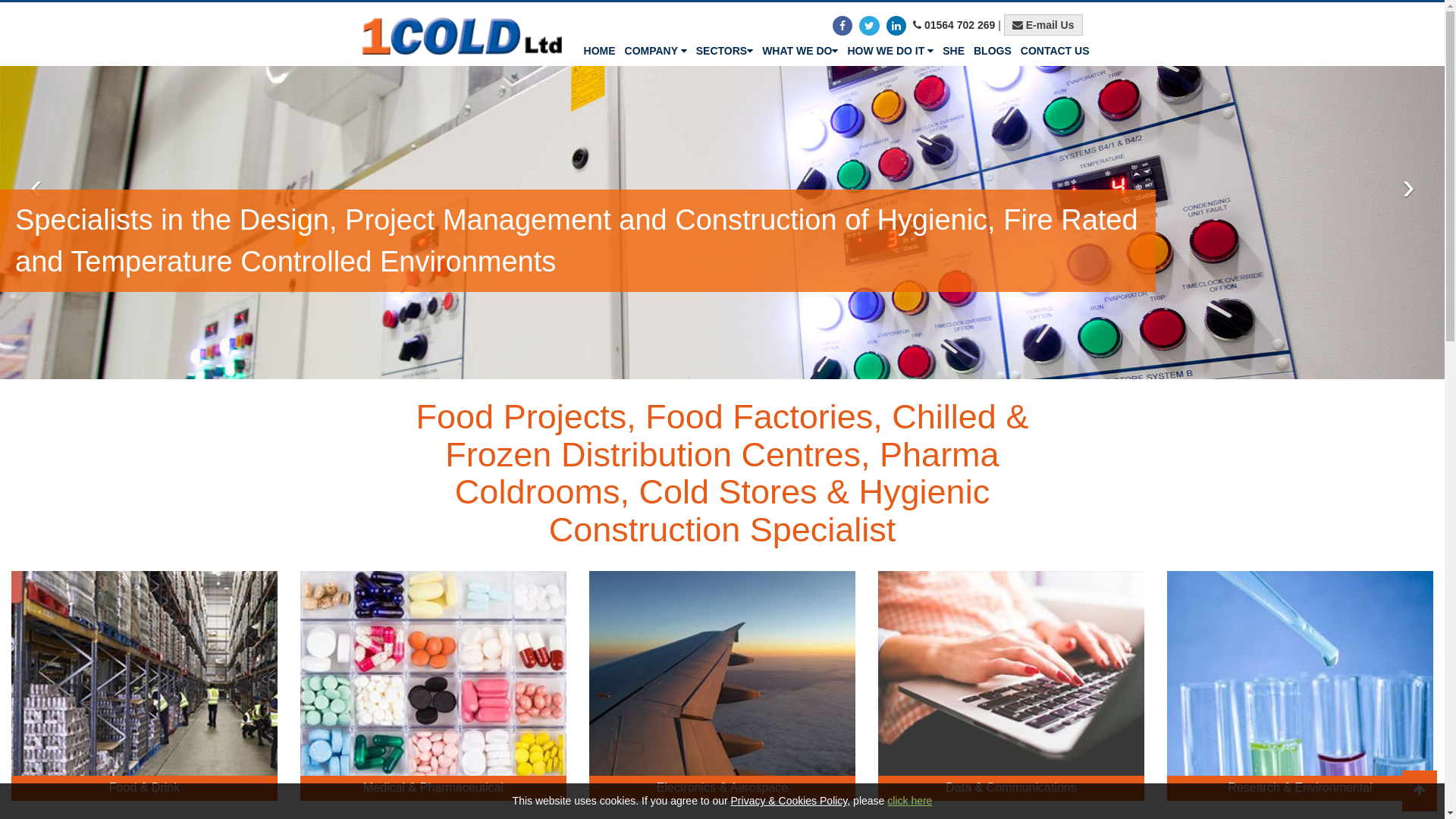 The image size is (1456, 819). I want to click on 'Electronics & Aerospace', so click(721, 686).